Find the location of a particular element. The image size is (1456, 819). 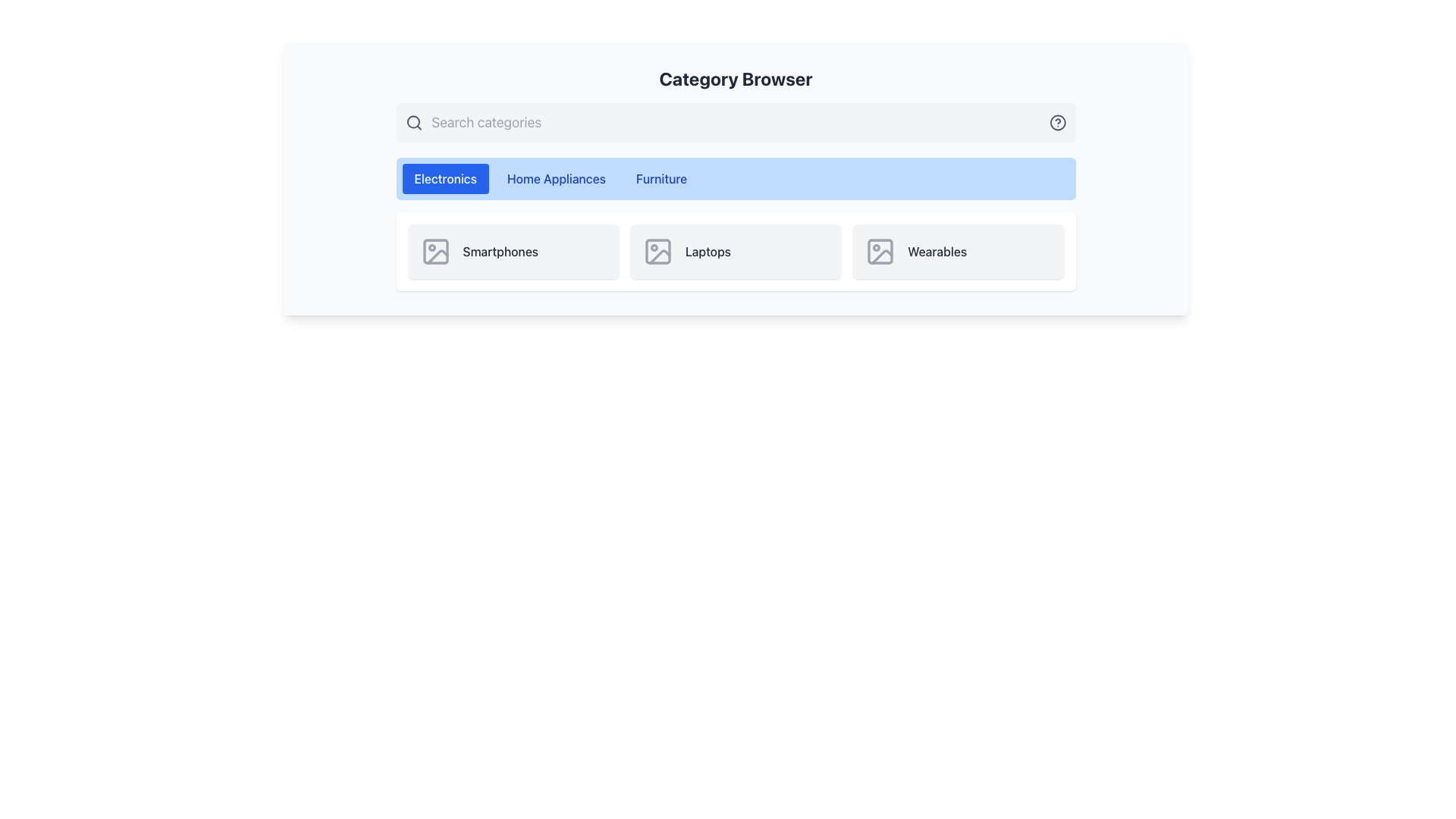

the 'Smartphones' category selector button, which is the first item in the horizontal grid under the 'Electronics' tab is located at coordinates (513, 250).